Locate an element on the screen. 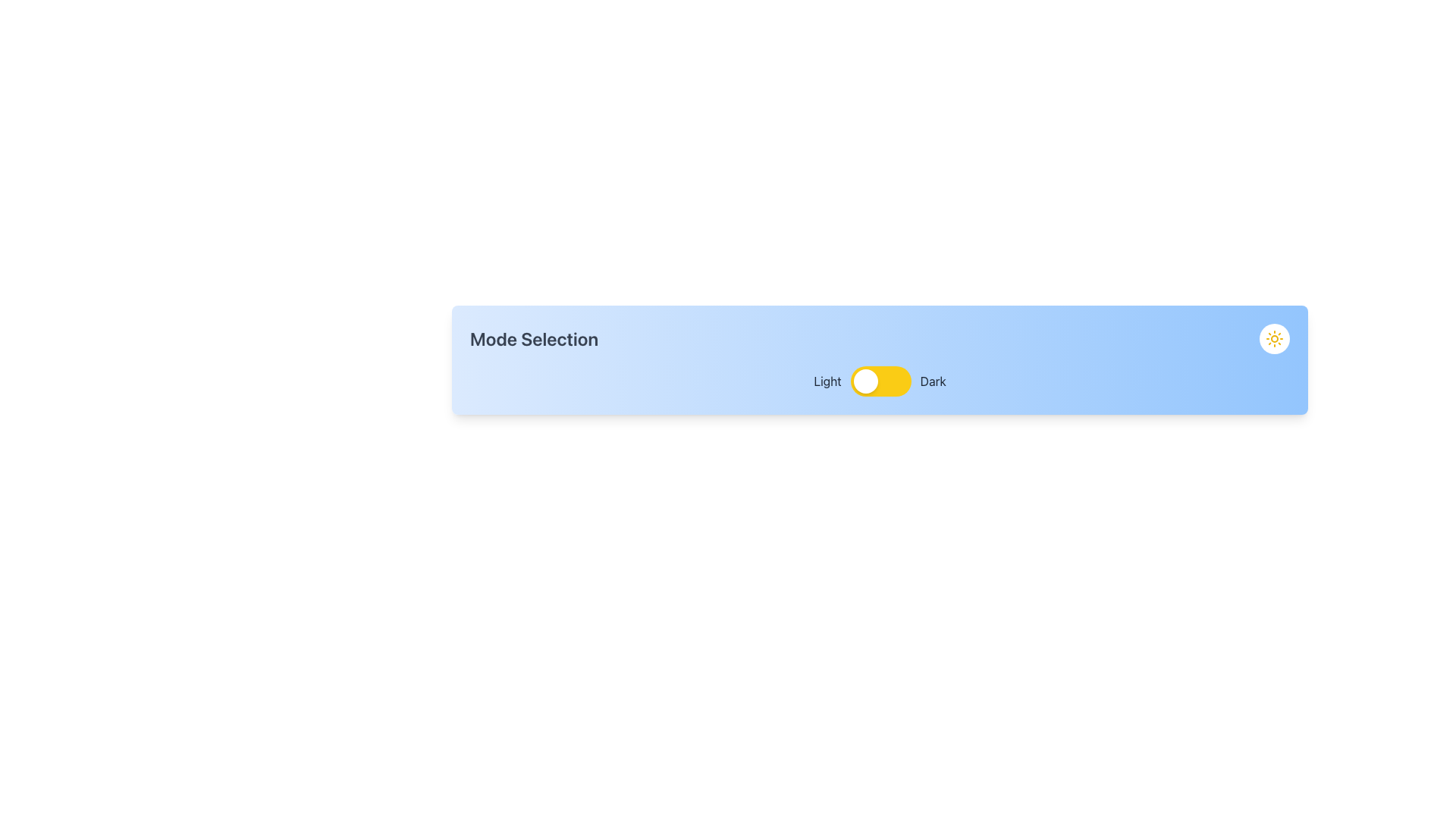 The height and width of the screenshot is (819, 1456). the text label reading 'Light' which is situated on the left side of a toggle switch, indicating the mode selection is located at coordinates (827, 380).